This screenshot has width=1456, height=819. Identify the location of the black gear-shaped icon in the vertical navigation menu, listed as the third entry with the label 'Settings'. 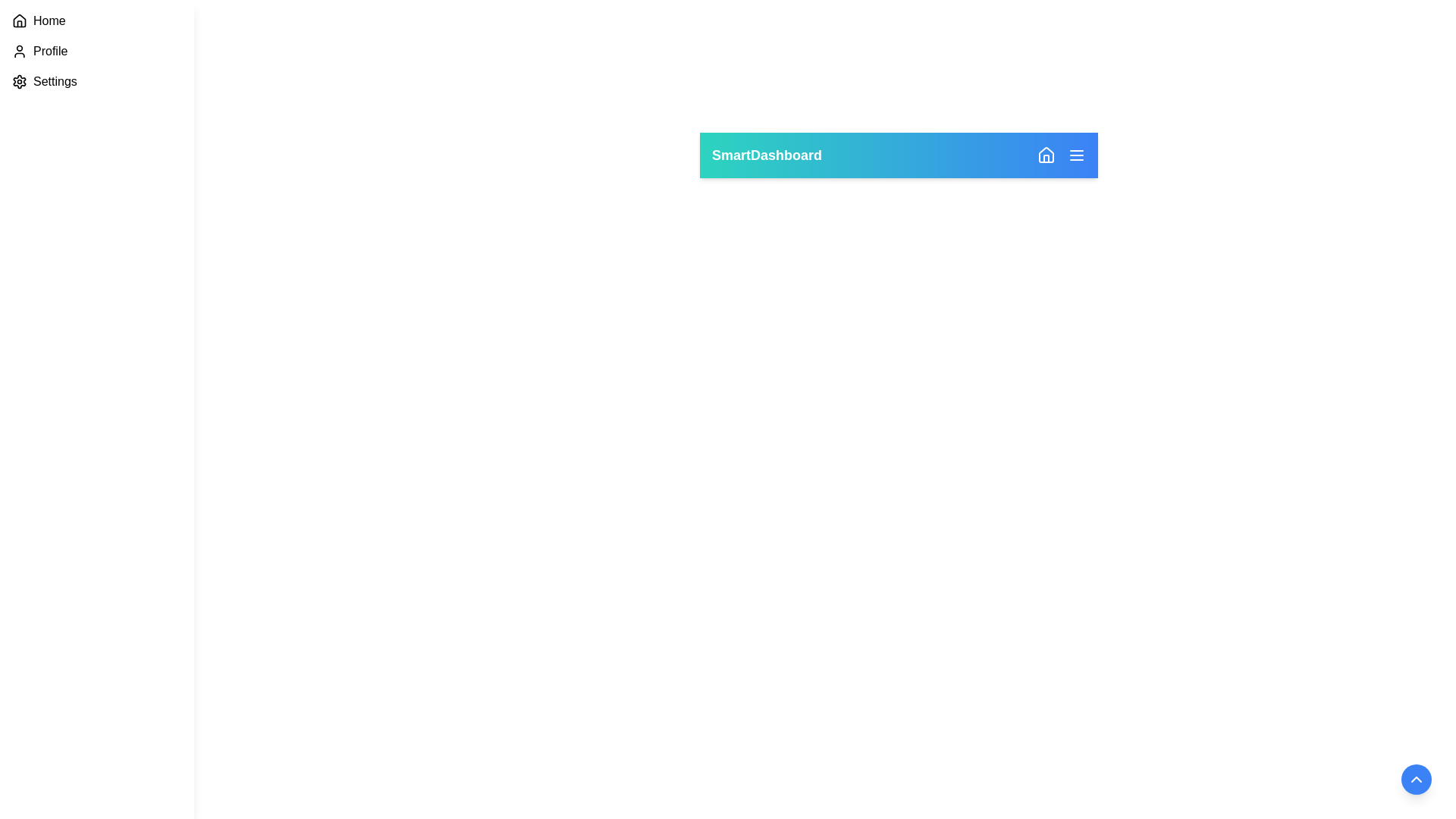
(19, 82).